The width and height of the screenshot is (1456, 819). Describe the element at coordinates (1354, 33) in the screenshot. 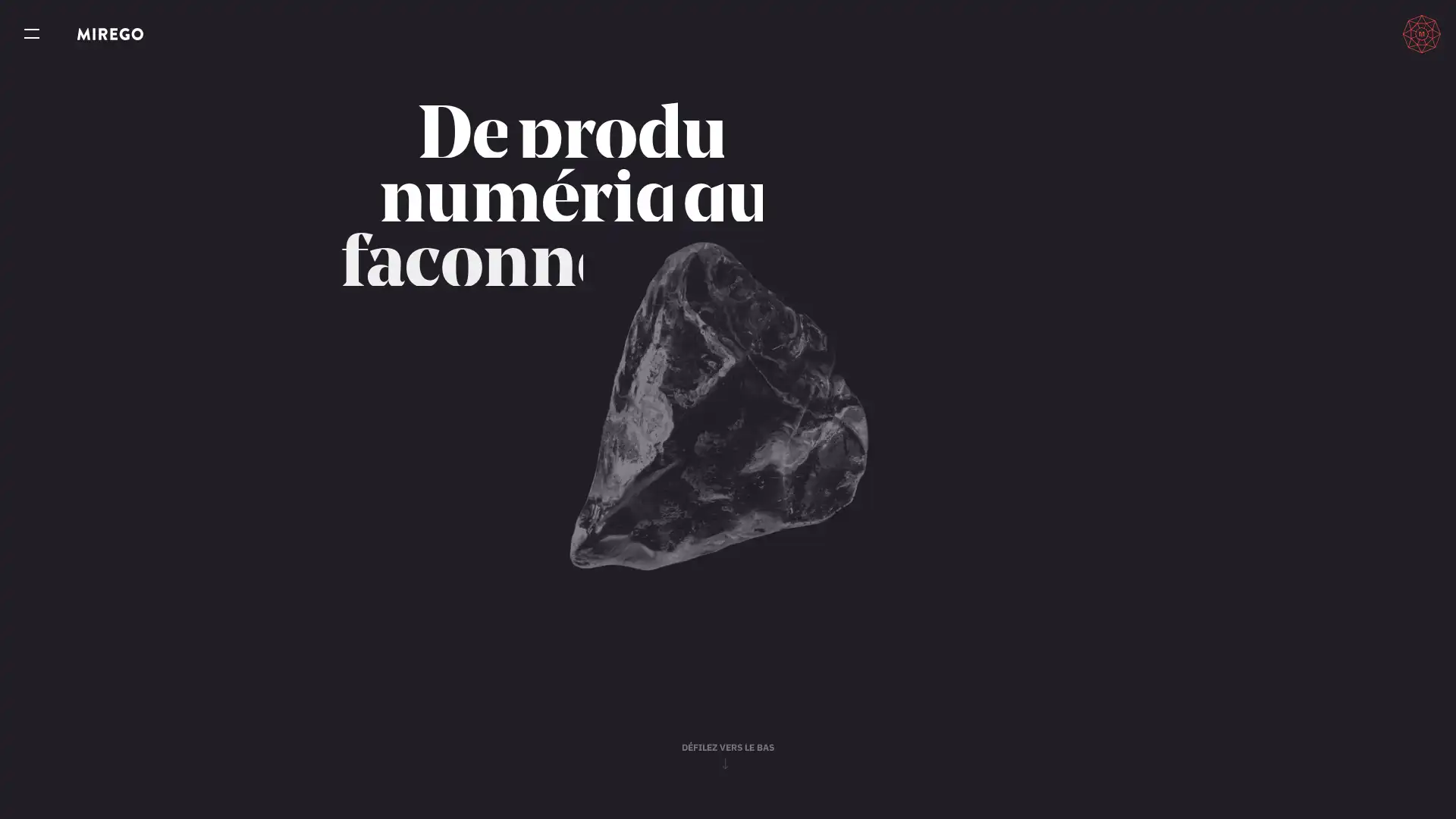

I see `Switch to English version` at that location.